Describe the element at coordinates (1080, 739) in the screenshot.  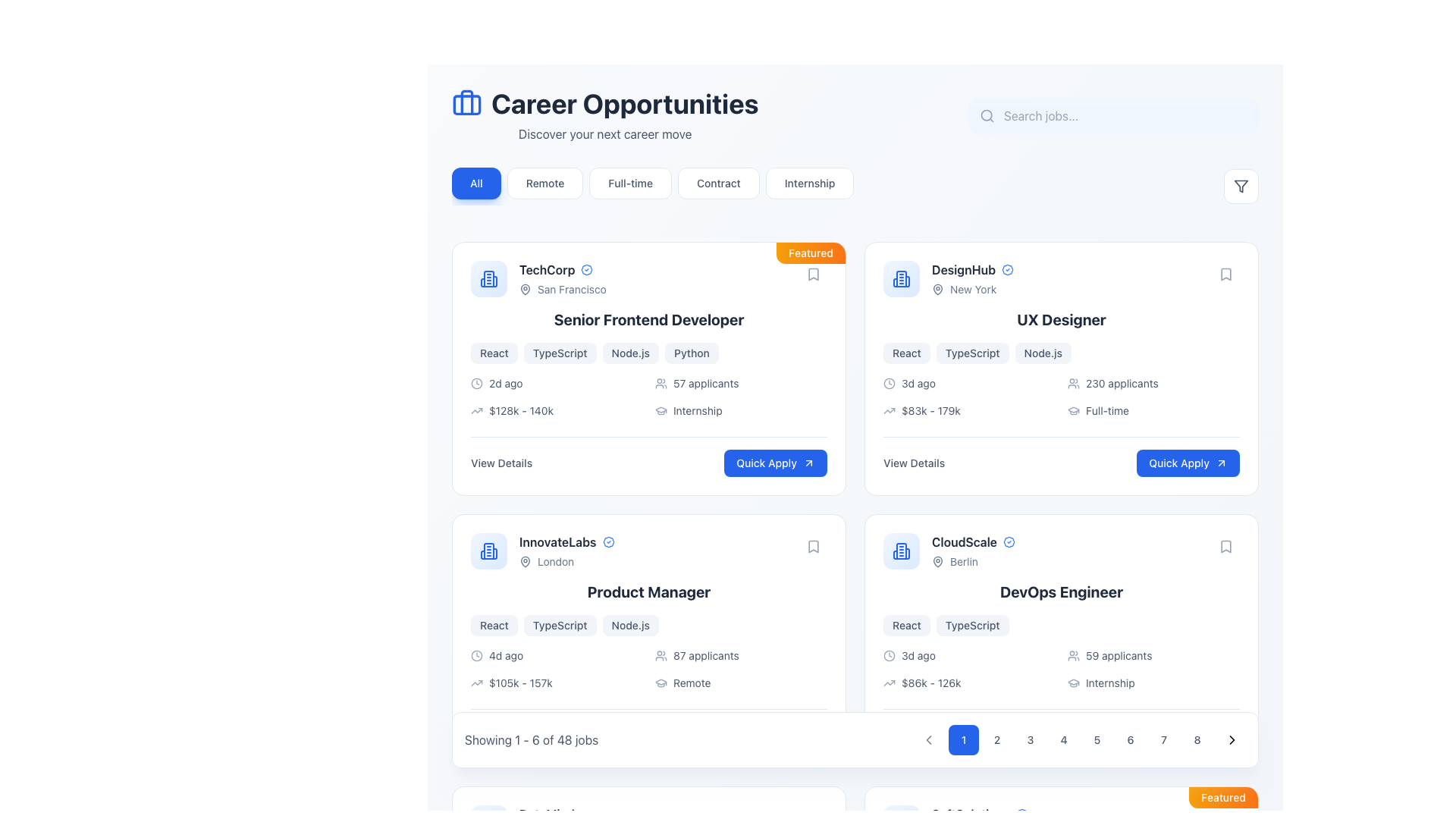
I see `the numeric button displaying '5' in the pagination bar` at that location.